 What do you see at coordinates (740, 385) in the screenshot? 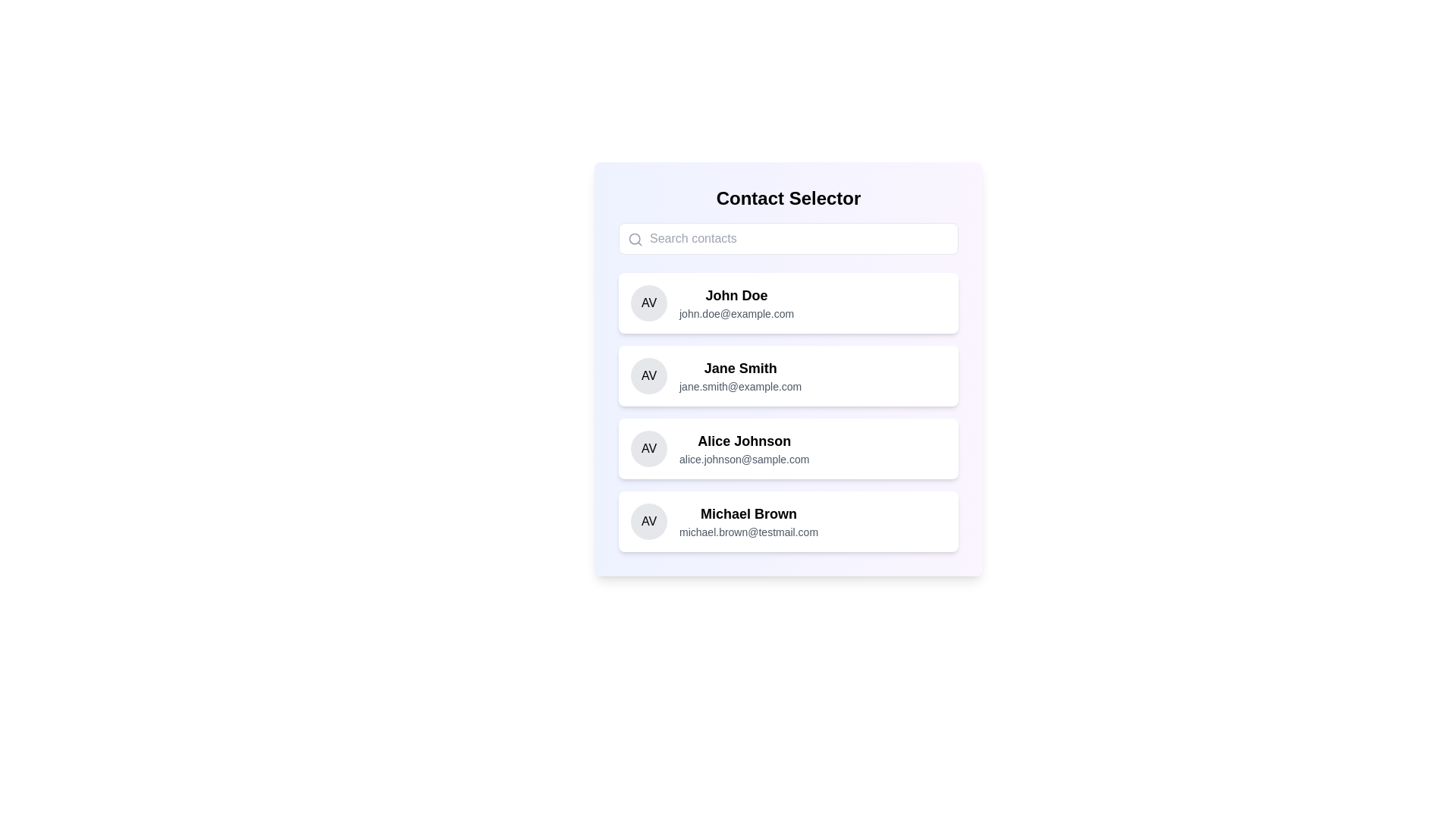
I see `the Text Label displaying the email address of the contact 'Jane Smith', which is located directly below the name in the second entry of the contact list` at bounding box center [740, 385].